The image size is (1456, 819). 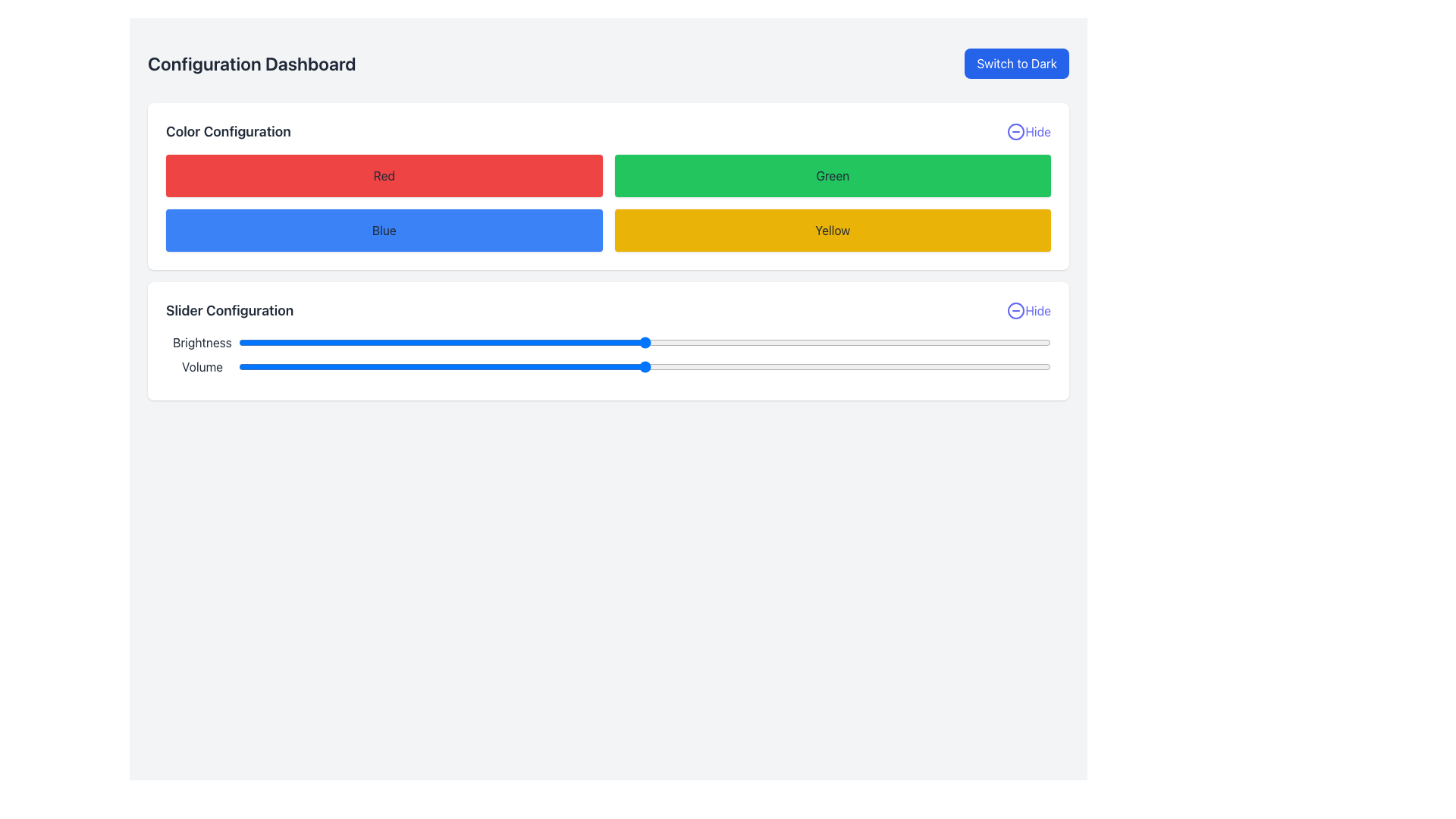 What do you see at coordinates (832, 174) in the screenshot?
I see `the green button labeled 'Green' located in the top-right quadrant of the grid under 'Color Configuration'` at bounding box center [832, 174].